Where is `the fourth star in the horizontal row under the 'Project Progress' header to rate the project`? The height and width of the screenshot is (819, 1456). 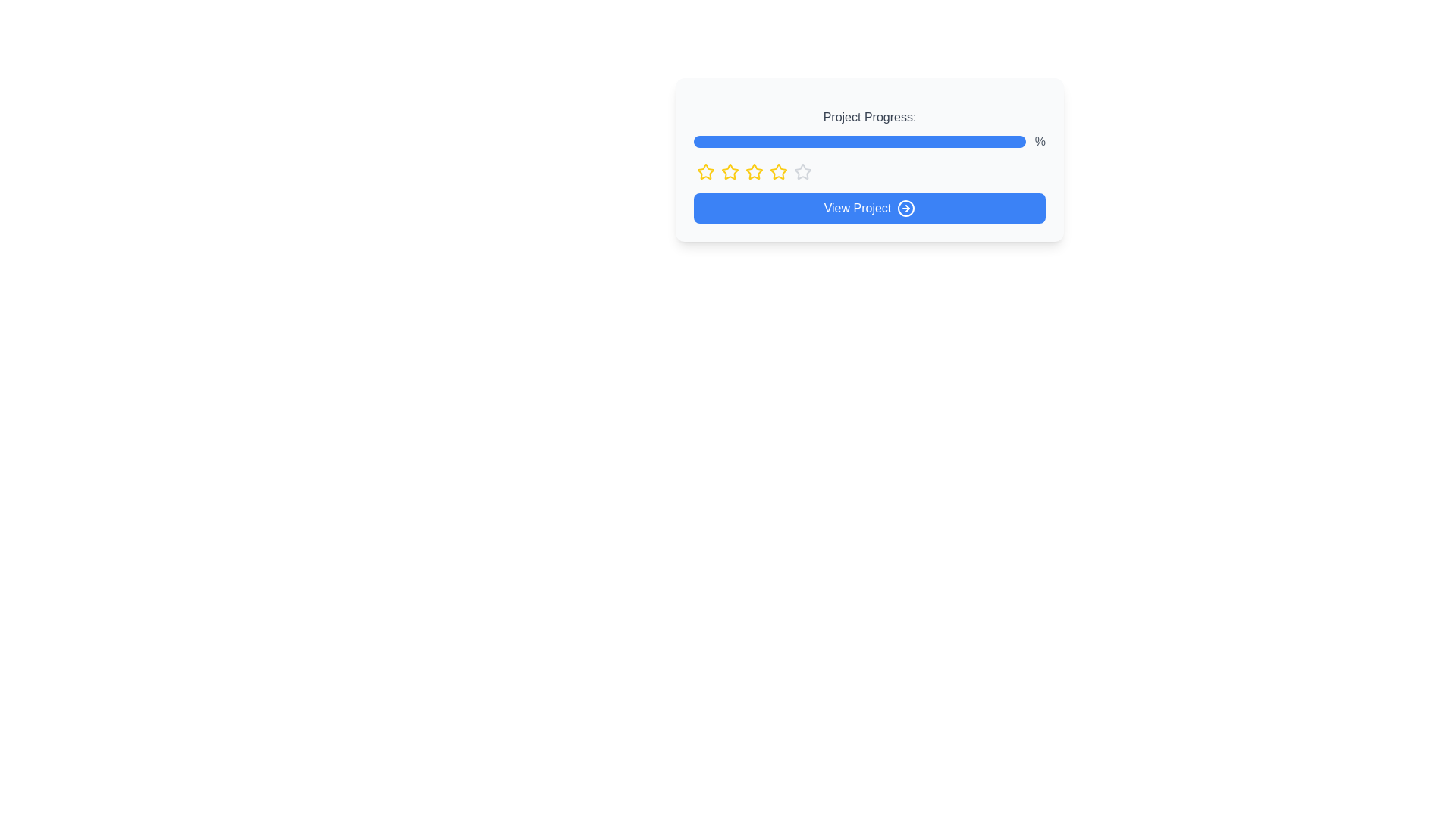 the fourth star in the horizontal row under the 'Project Progress' header to rate the project is located at coordinates (801, 171).